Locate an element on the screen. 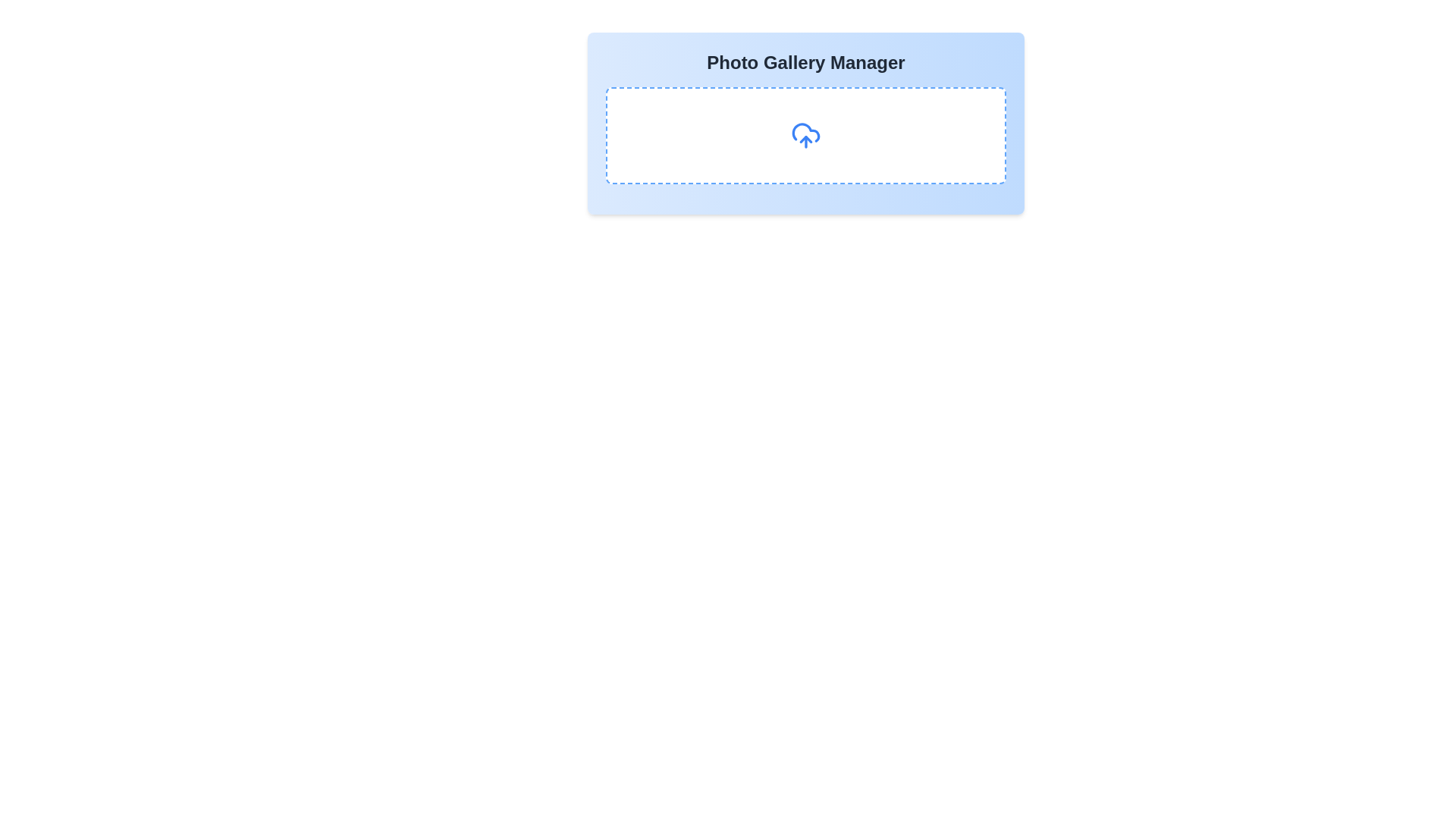  the cloud icon with an upward-pointing arrow, which is styled in vibrant blue color and located at the center of a dashed blue bordered box in the 'Photo Gallery Manager' interface to initiate a process is located at coordinates (805, 134).